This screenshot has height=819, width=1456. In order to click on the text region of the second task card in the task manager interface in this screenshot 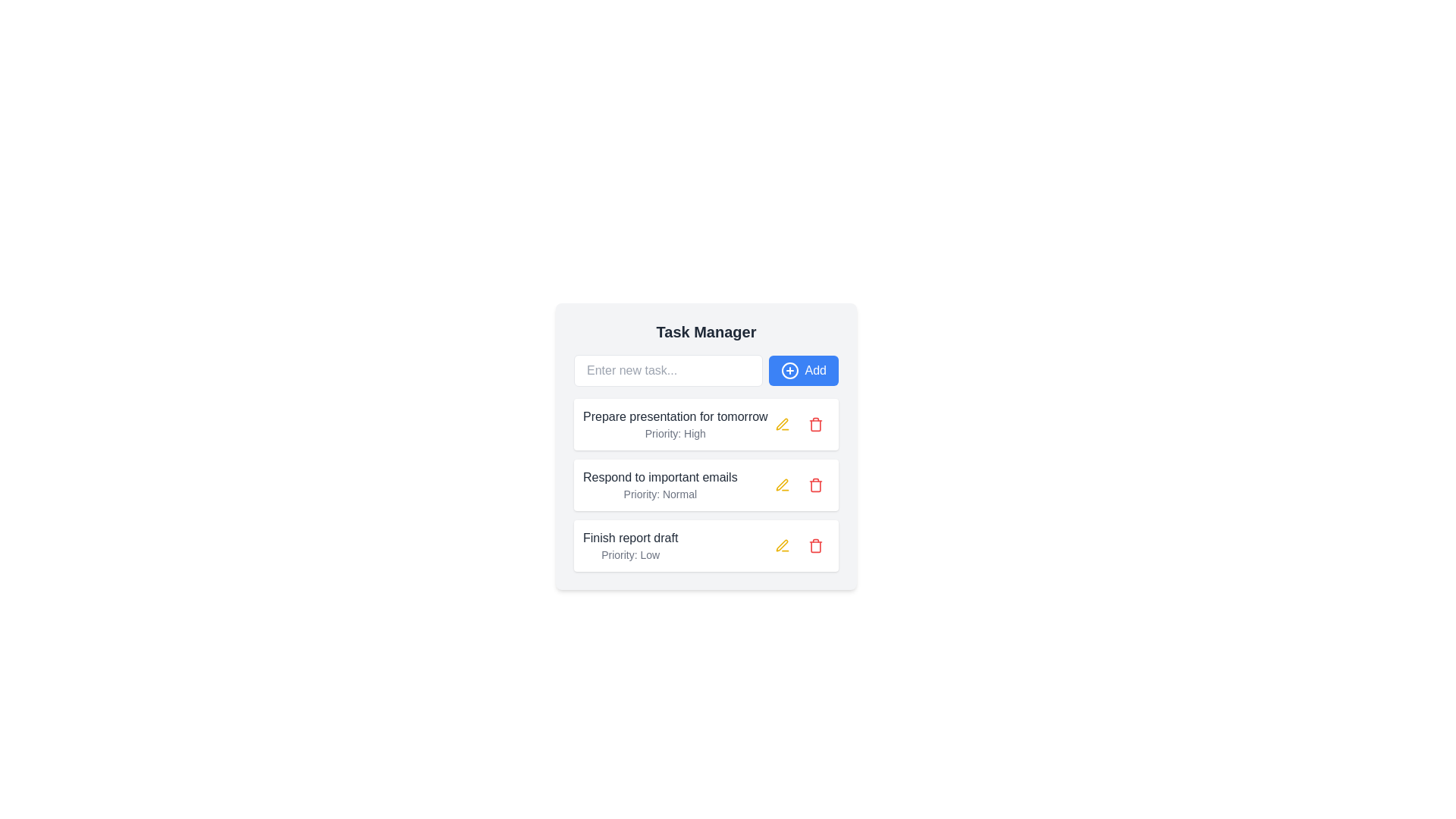, I will do `click(705, 485)`.